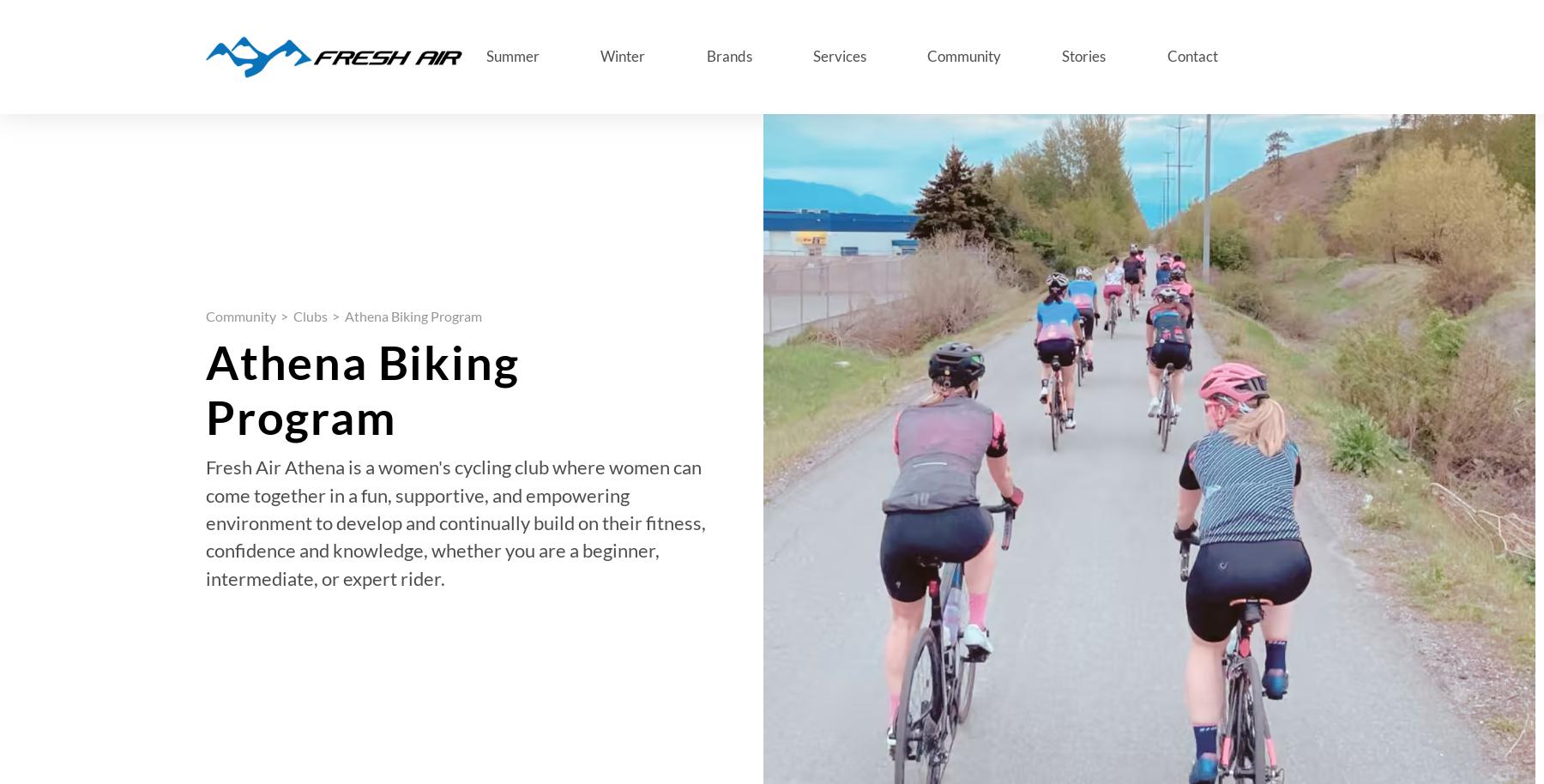  What do you see at coordinates (304, 308) in the screenshot?
I see `'Our Stories'` at bounding box center [304, 308].